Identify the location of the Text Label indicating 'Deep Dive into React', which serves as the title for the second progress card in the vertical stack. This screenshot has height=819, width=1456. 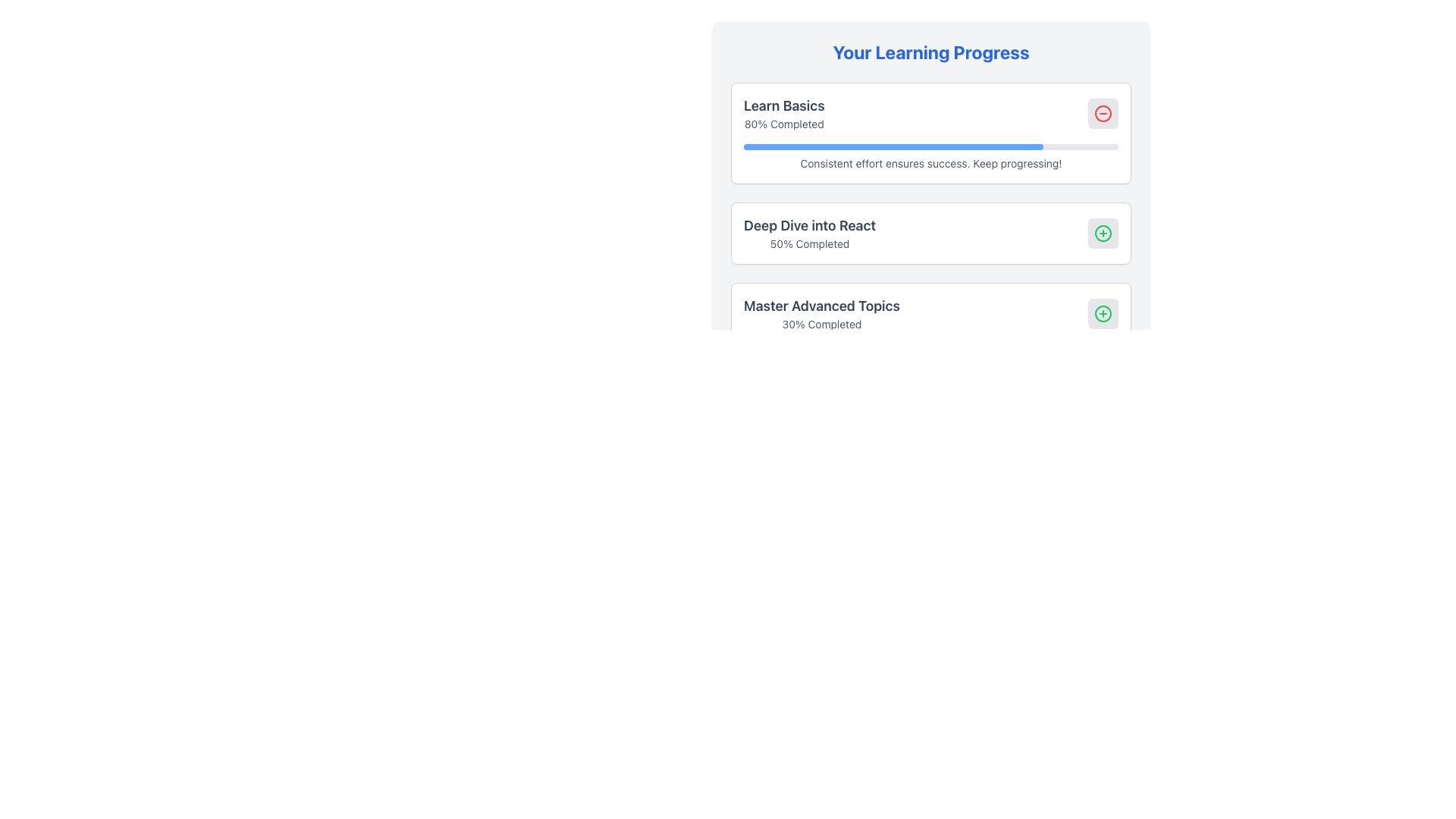
(809, 225).